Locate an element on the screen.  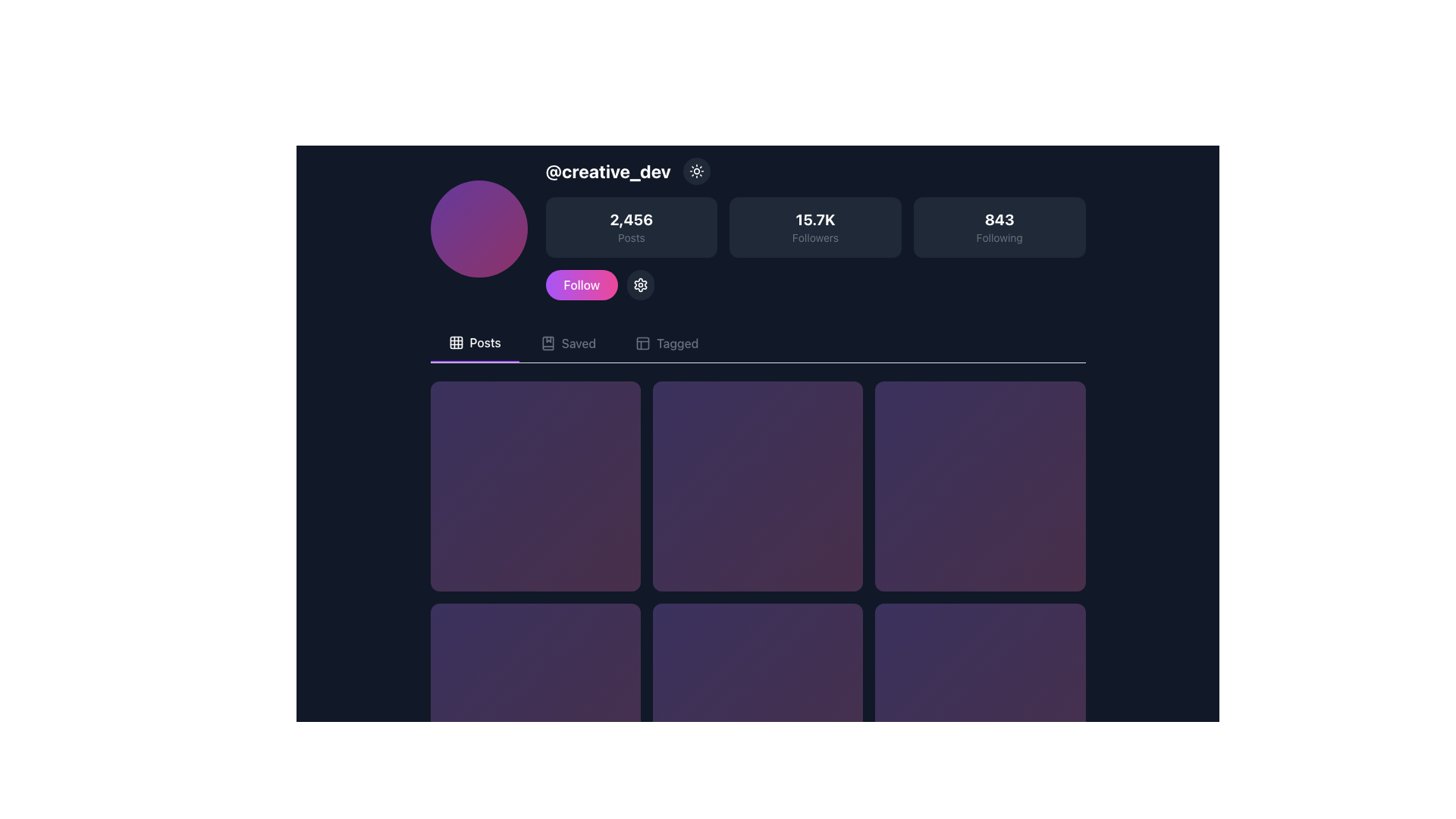
the Text-based stat indicator displaying 'Posts', 'Followers', and 'Following' metrics, specifically the '15.7K Followers' metric, which is centrally located below the username '@creative_dev' is located at coordinates (814, 227).